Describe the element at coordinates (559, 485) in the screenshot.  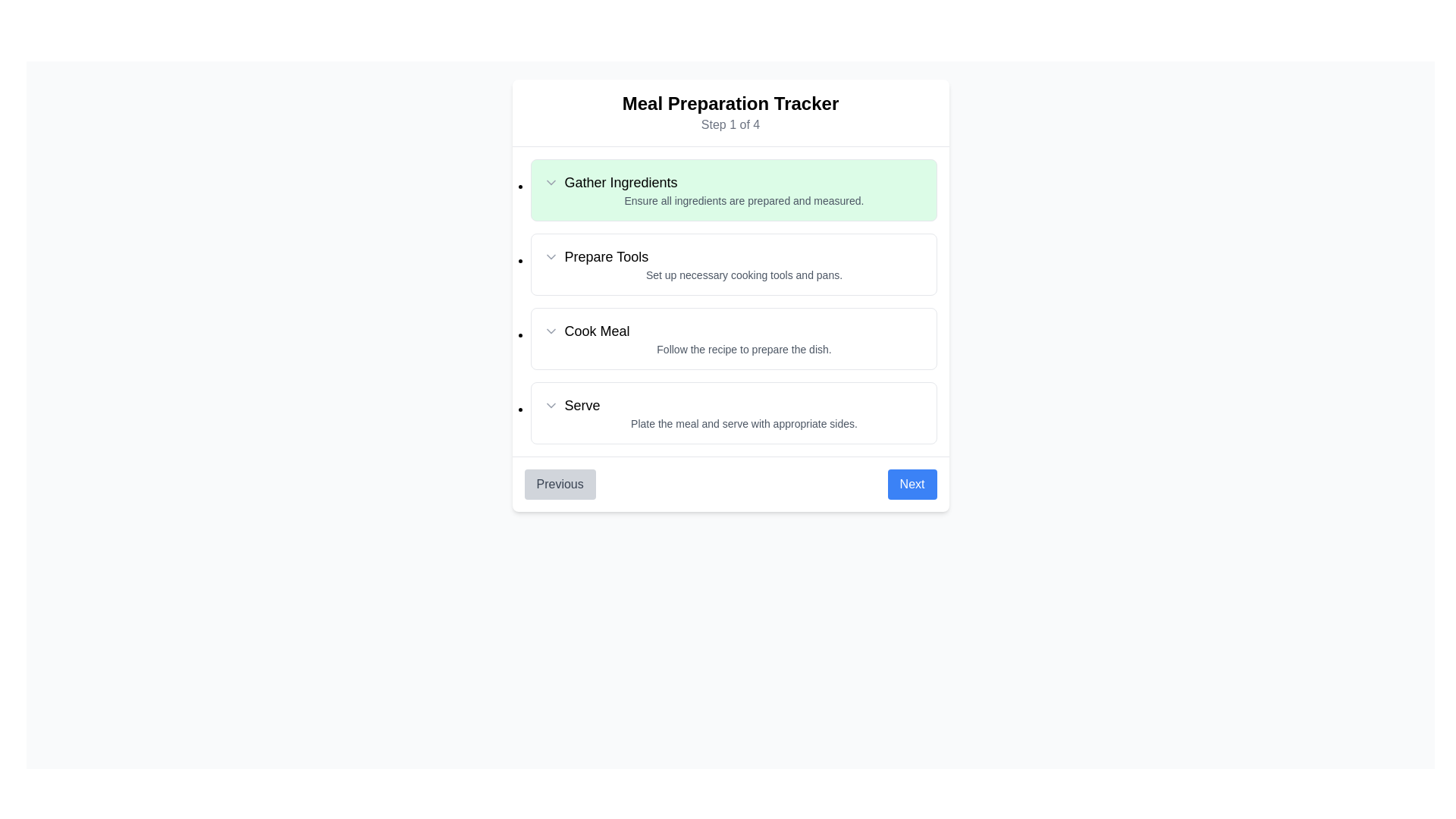
I see `the navigation button located in the bottom left corner of the button group to observe interactive effects` at that location.